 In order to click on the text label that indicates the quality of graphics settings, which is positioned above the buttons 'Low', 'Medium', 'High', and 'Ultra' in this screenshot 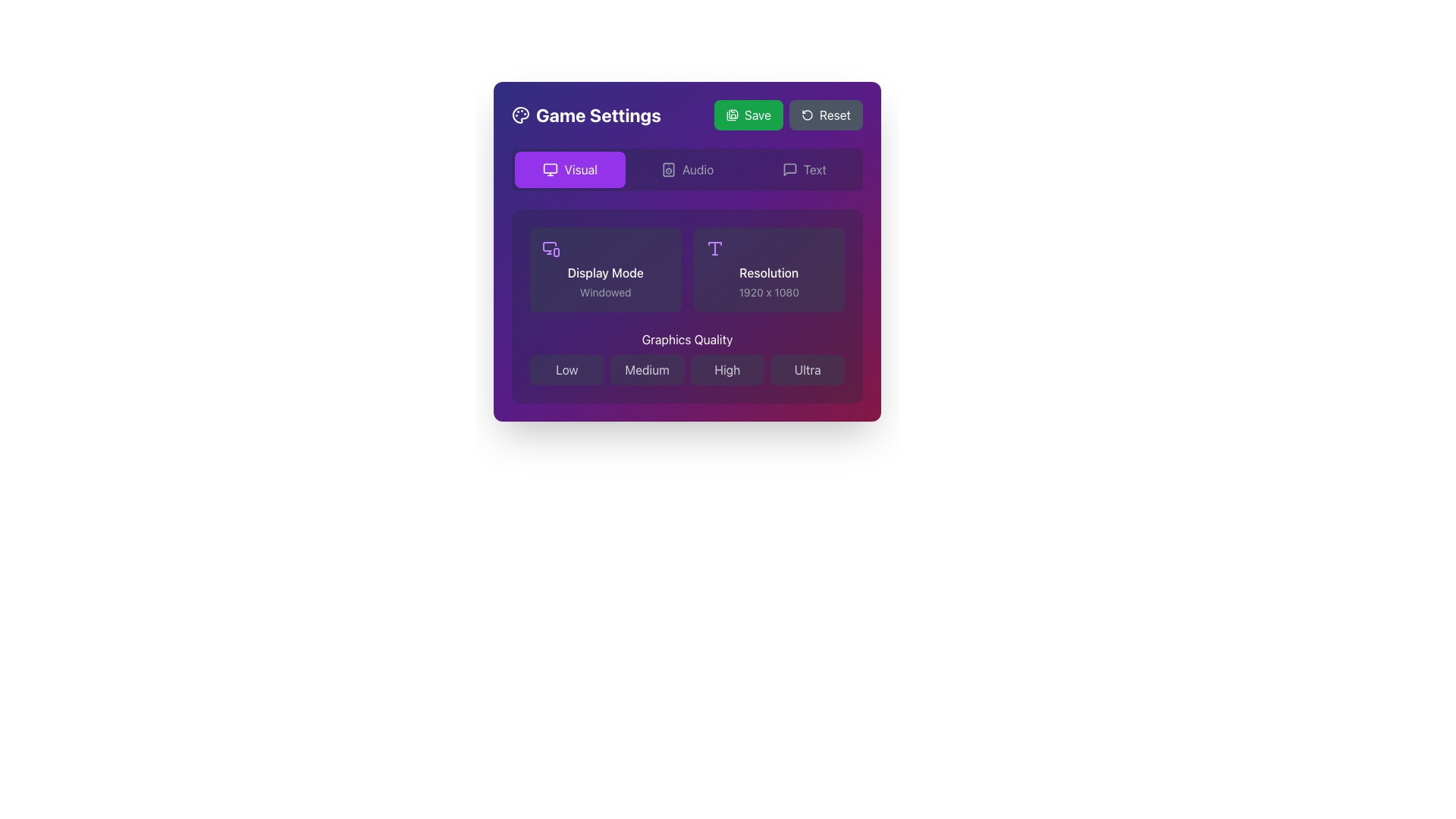, I will do `click(686, 338)`.